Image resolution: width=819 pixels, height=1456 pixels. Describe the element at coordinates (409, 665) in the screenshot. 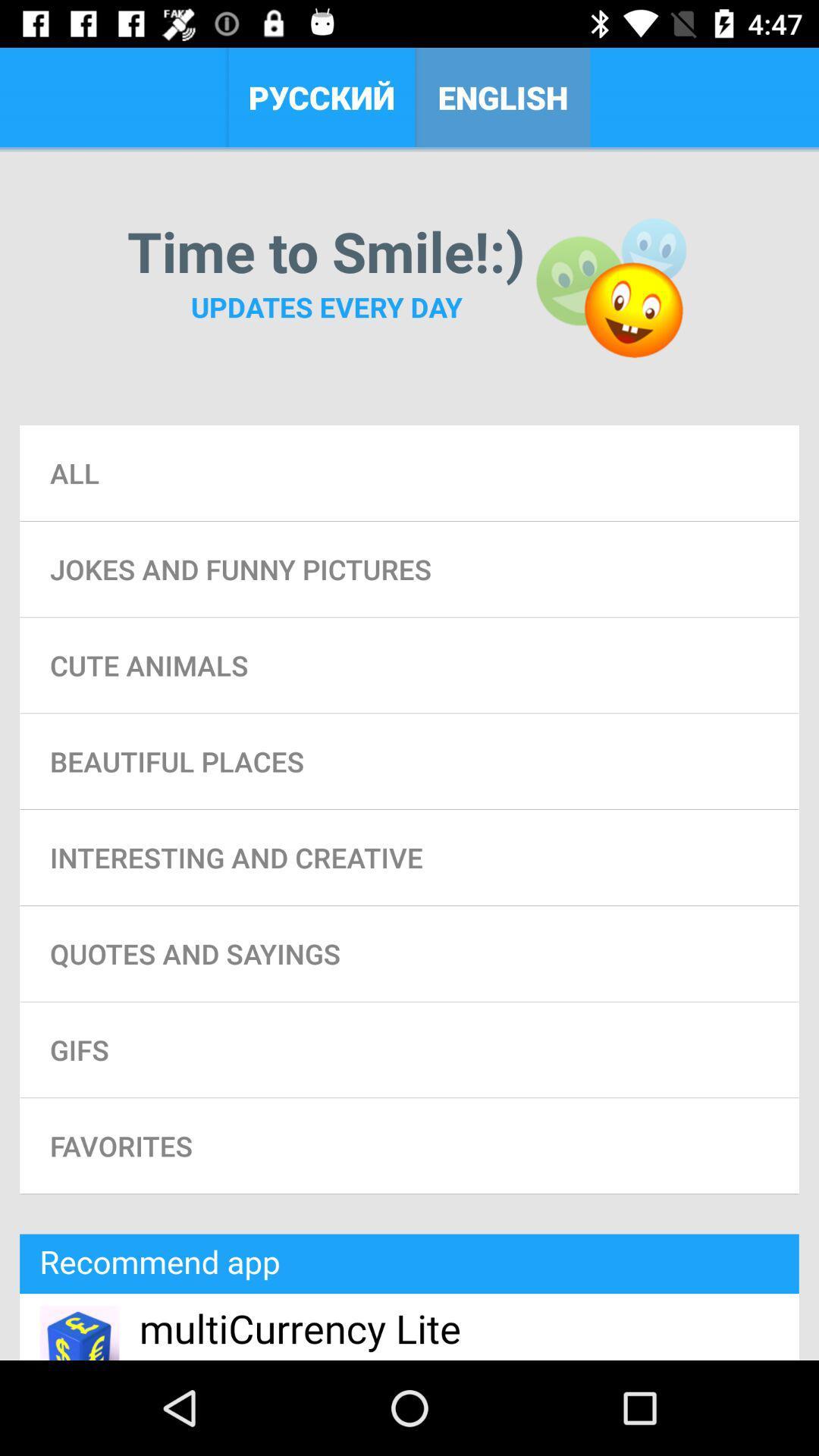

I see `the cute animals item` at that location.